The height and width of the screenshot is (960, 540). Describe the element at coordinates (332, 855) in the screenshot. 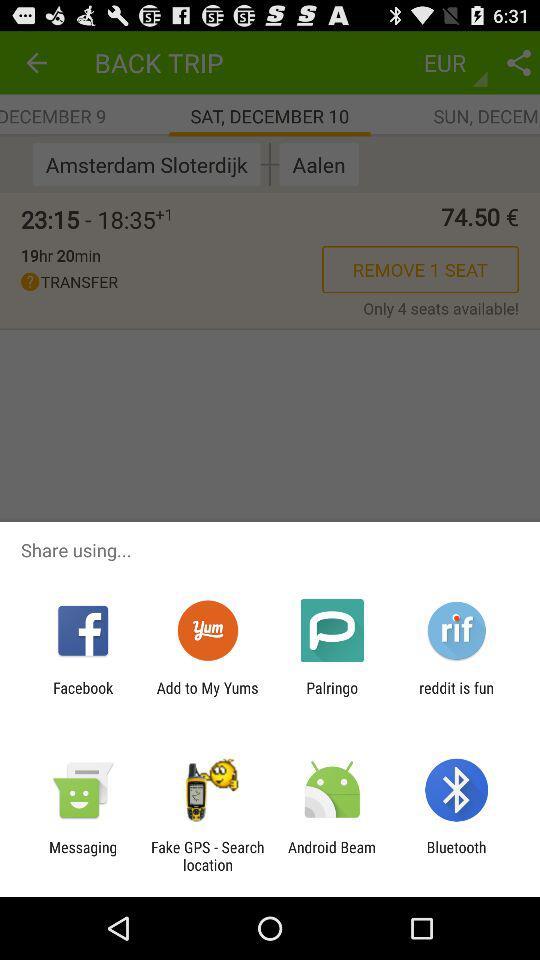

I see `the app to the left of the bluetooth app` at that location.